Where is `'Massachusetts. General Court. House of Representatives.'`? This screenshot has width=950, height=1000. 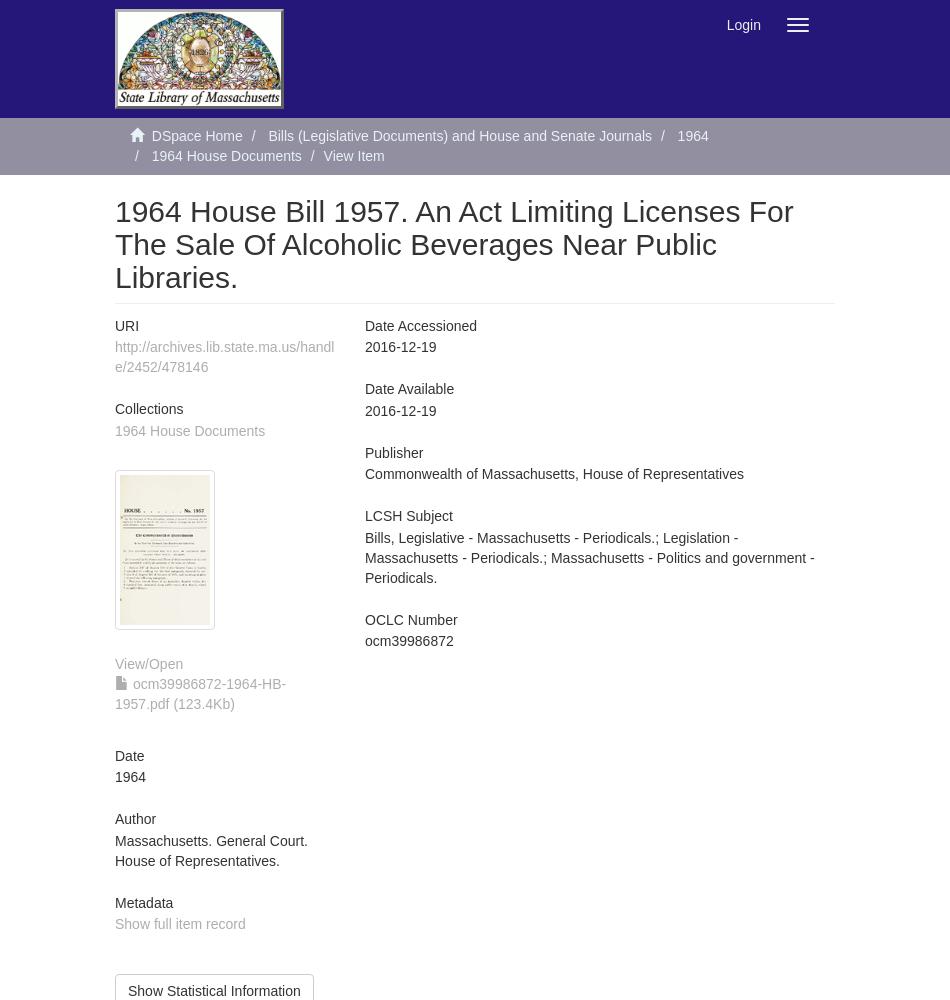 'Massachusetts. General Court. House of Representatives.' is located at coordinates (115, 849).